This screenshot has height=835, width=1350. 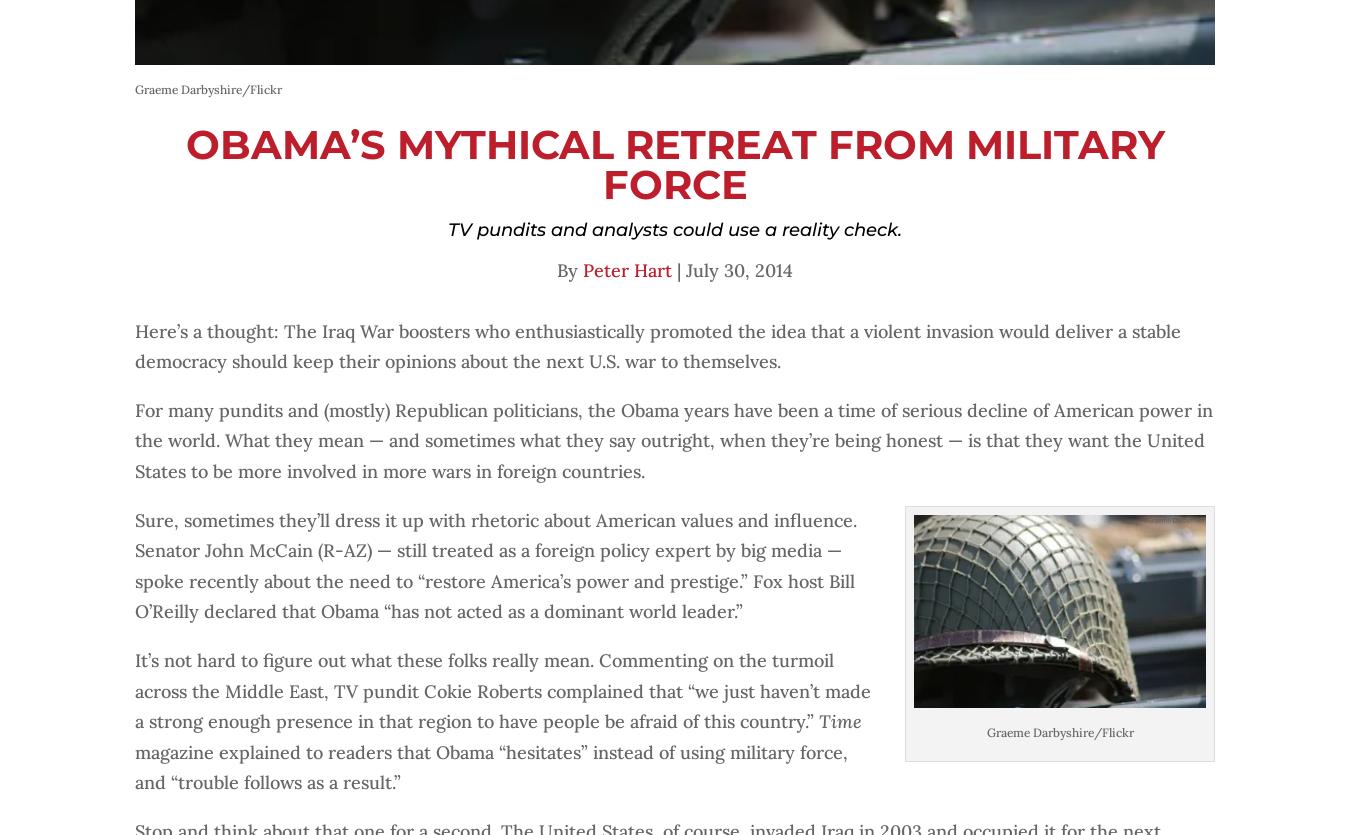 I want to click on 'TV pundits and analysts could use a reality check.', so click(x=675, y=229).